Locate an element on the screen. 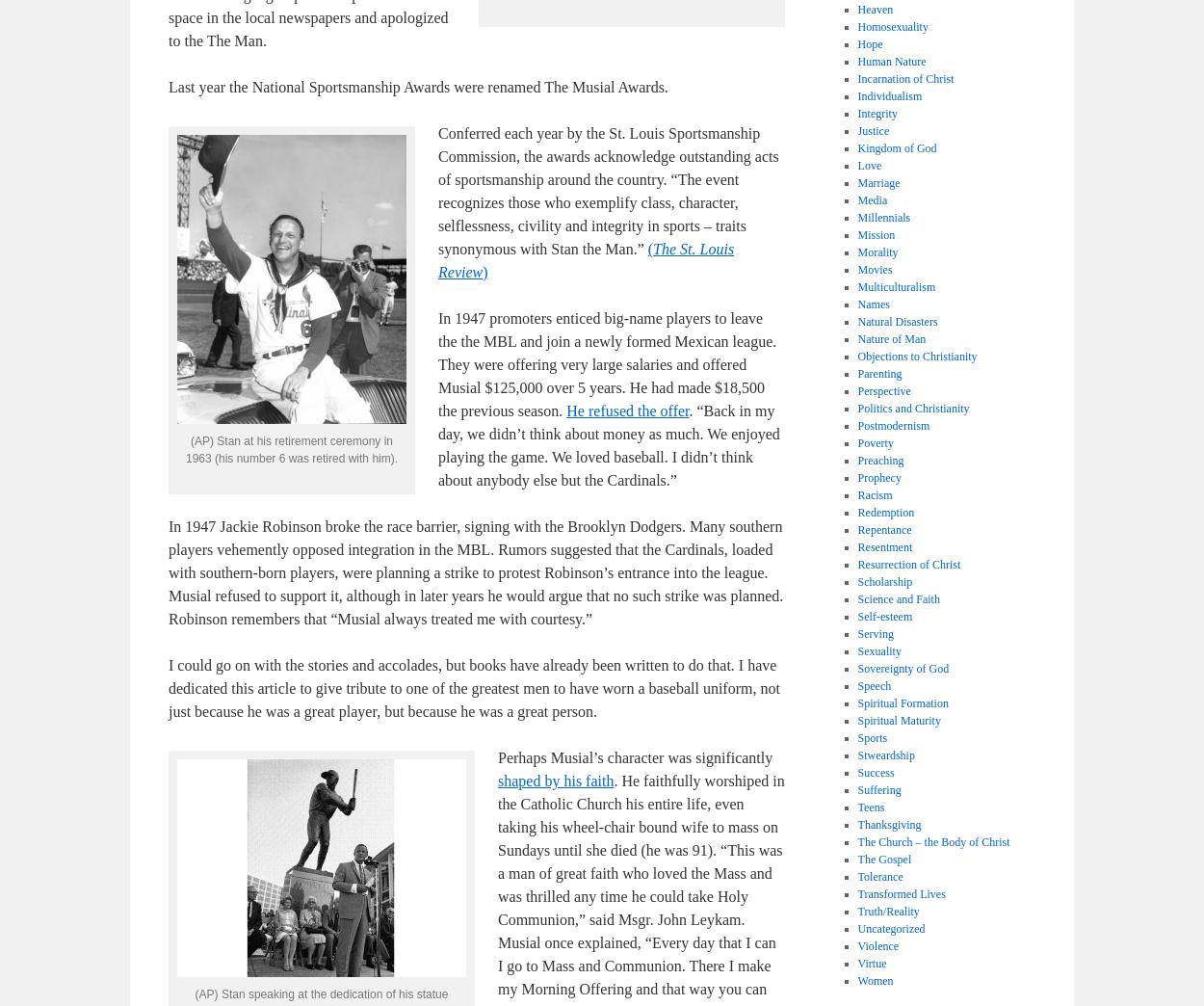 Image resolution: width=1204 pixels, height=1006 pixels. ')' is located at coordinates (484, 271).